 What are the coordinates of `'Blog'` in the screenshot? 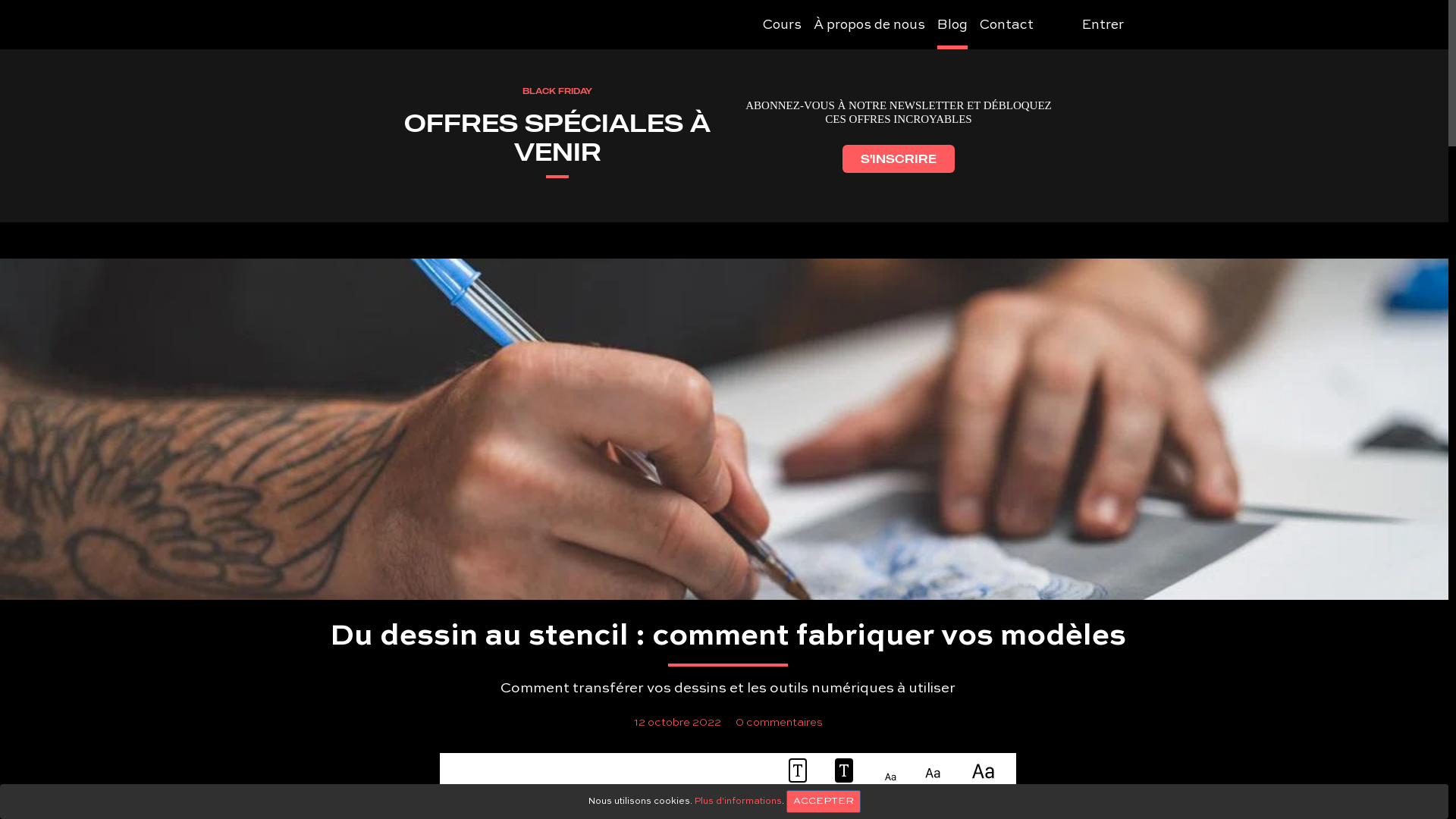 It's located at (952, 27).